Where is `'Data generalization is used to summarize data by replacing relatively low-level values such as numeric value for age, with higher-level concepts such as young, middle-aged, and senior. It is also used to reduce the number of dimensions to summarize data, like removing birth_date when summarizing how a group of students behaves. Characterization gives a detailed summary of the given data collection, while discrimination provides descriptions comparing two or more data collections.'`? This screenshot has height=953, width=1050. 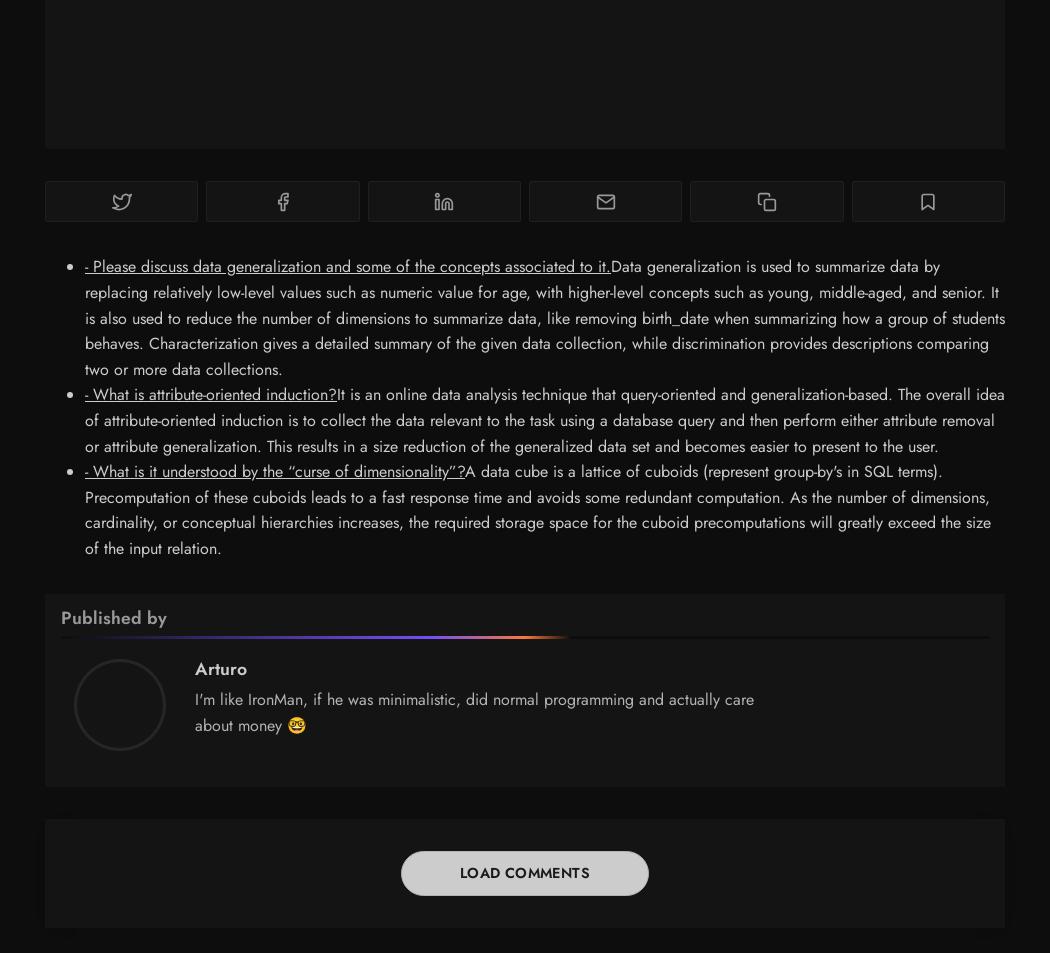
'Data generalization is used to summarize data by replacing relatively low-level values such as numeric value for age, with higher-level concepts such as young, middle-aged, and senior. It is also used to reduce the number of dimensions to summarize data, like removing birth_date when summarizing how a group of students behaves. Characterization gives a detailed summary of the given data collection, while discrimination provides descriptions comparing two or more data collections.' is located at coordinates (544, 316).